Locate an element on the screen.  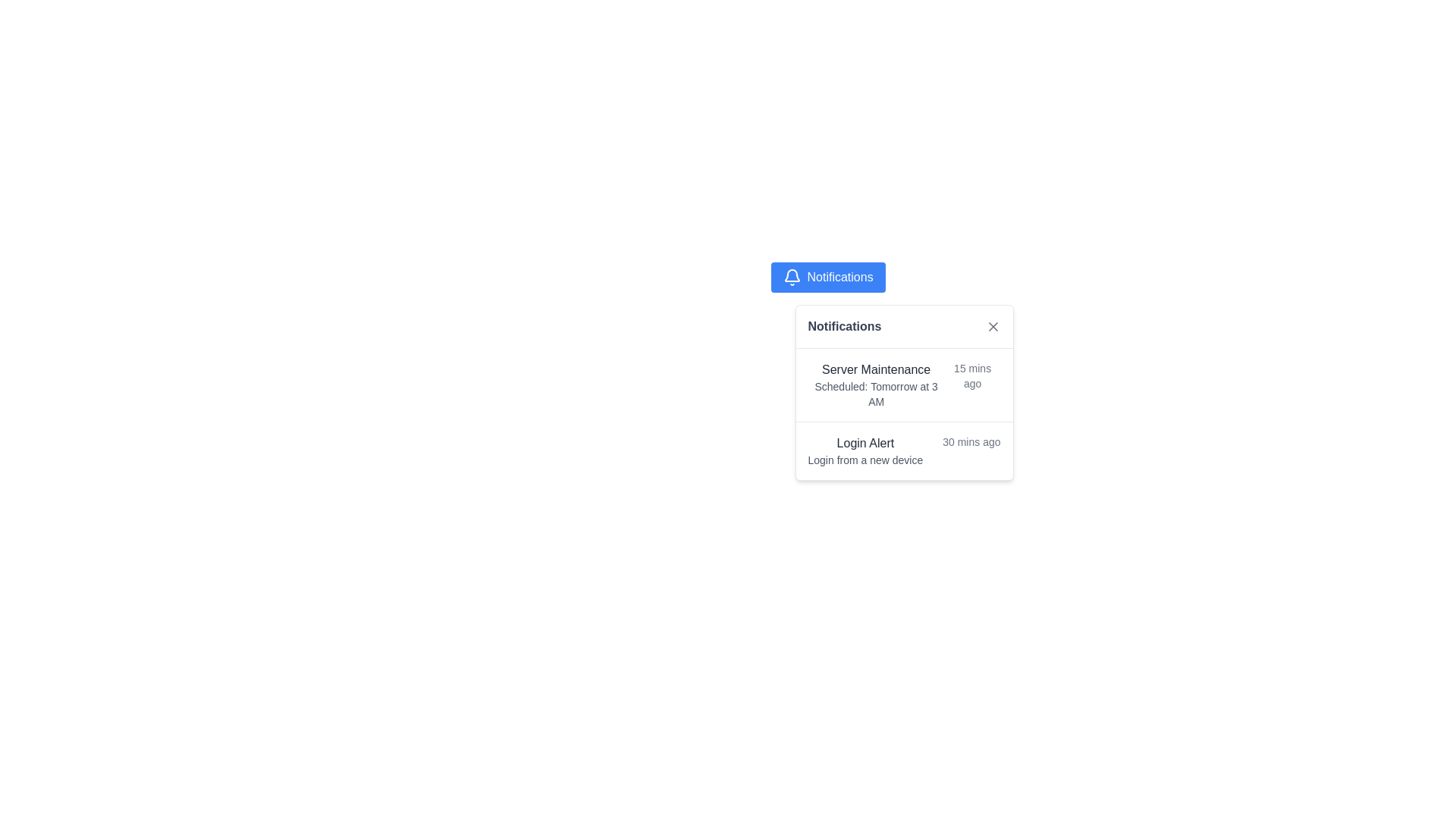
the close button located in the top-right corner of the notifications popup is located at coordinates (993, 326).